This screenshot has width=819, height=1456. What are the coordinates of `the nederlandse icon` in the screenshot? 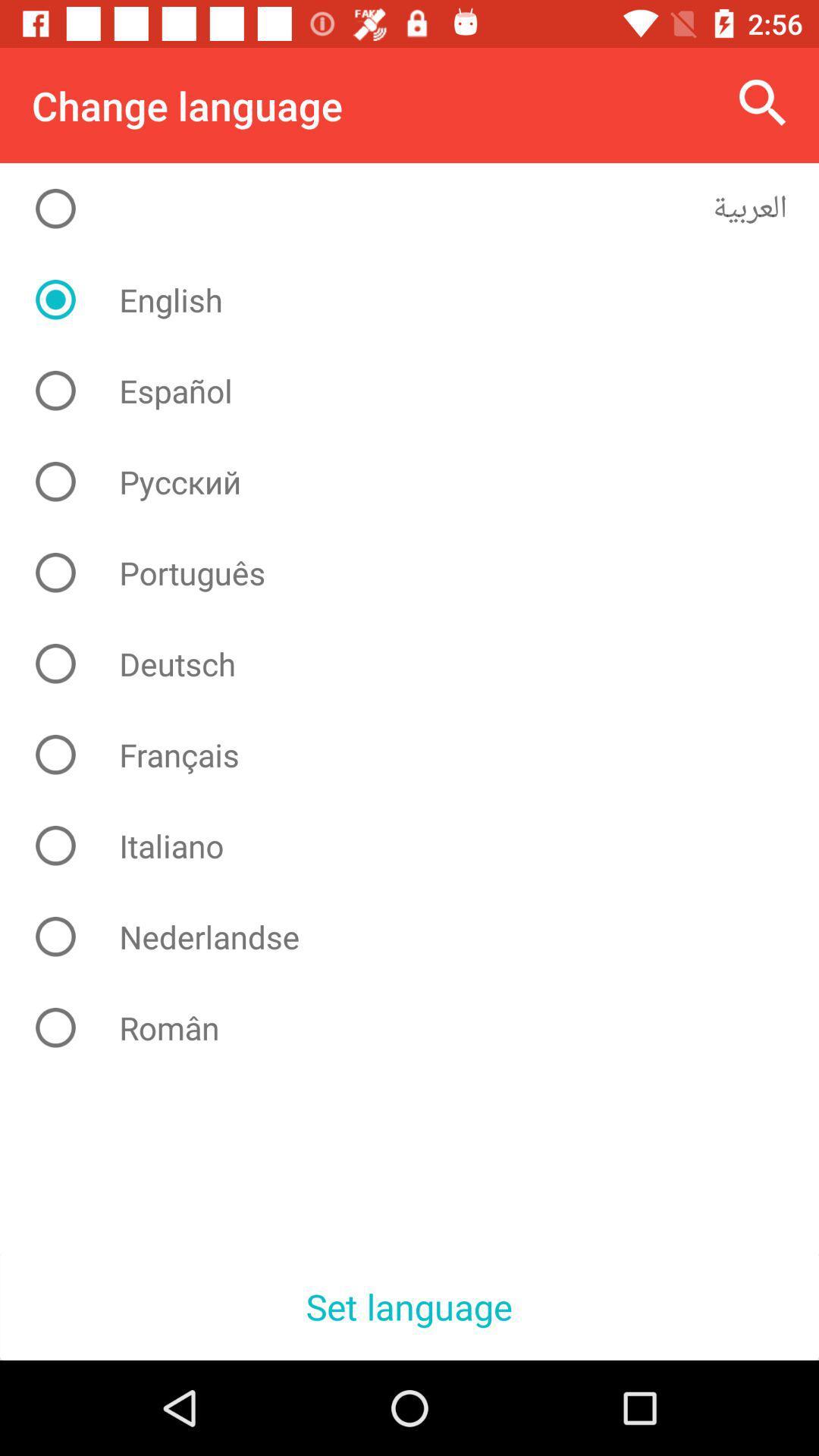 It's located at (421, 936).